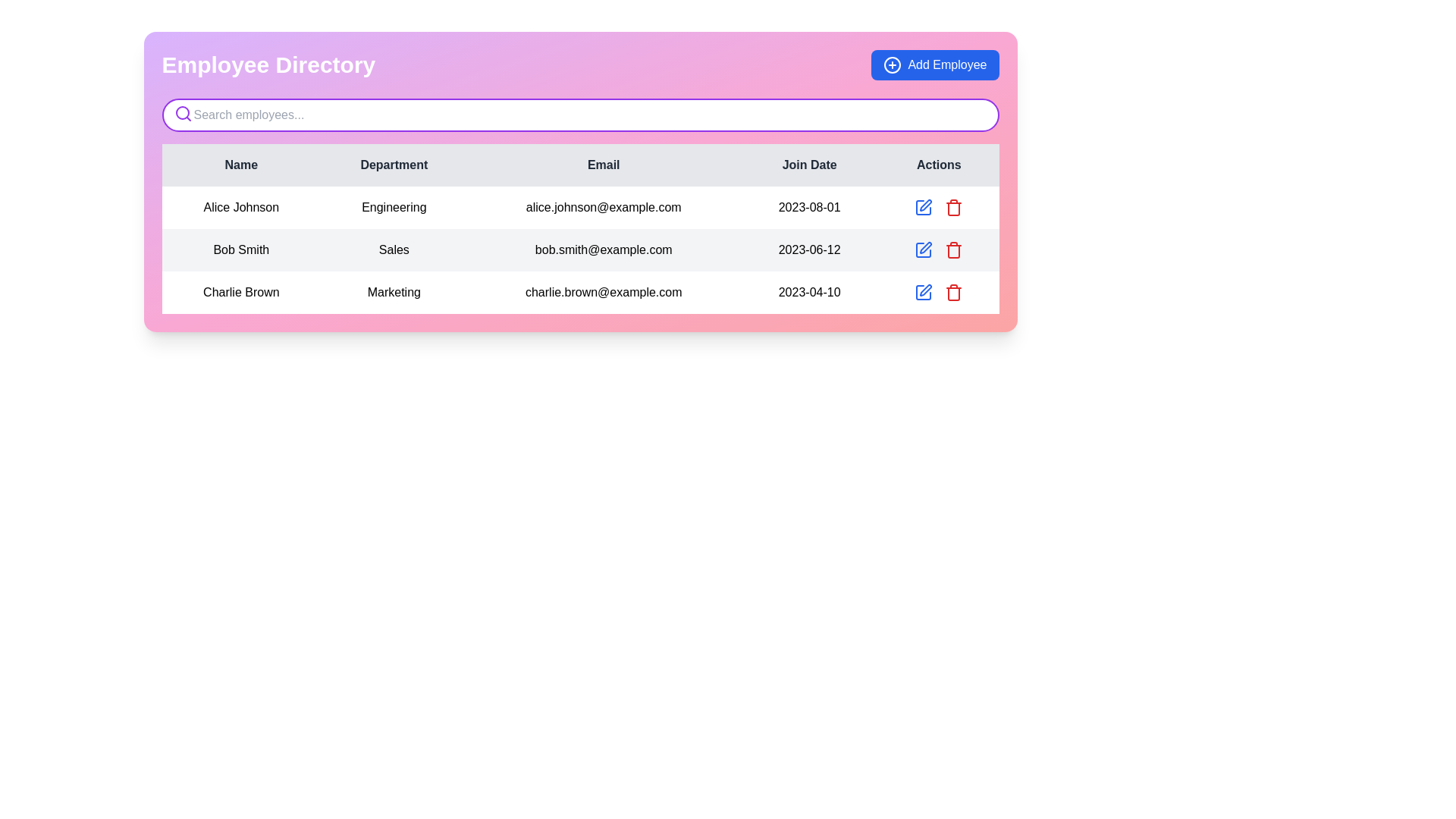 The width and height of the screenshot is (1456, 819). What do you see at coordinates (808, 292) in the screenshot?
I see `the text label displaying the date '2023-04-10' located in the fourth column of the last row corresponding to 'Charlie Brown'` at bounding box center [808, 292].